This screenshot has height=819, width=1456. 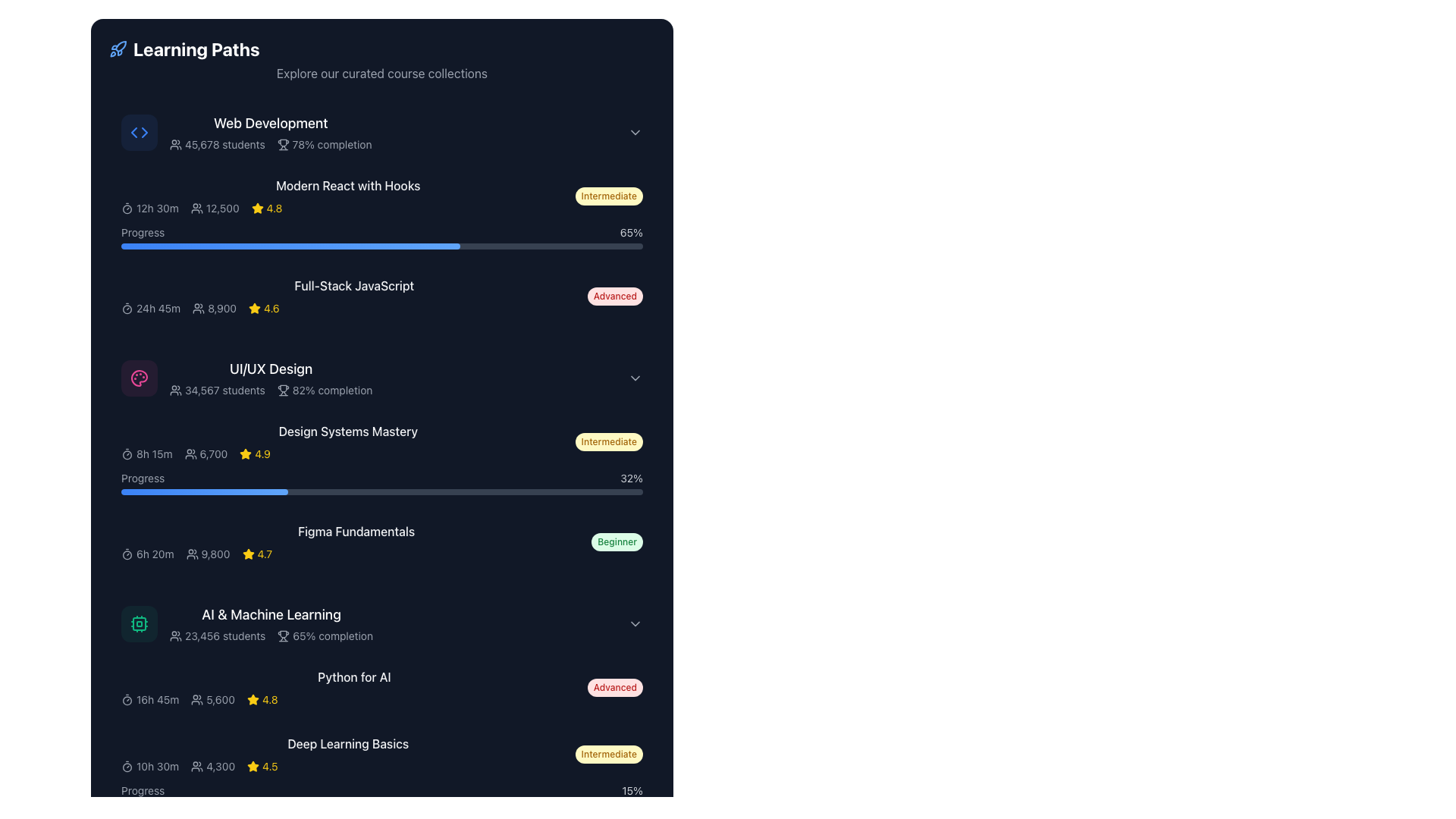 What do you see at coordinates (147, 554) in the screenshot?
I see `the 'Estimated Duration' text with icon indicating the completion time for the 'Figma Fundamentals' section, positioned as the first item on the left within its group` at bounding box center [147, 554].